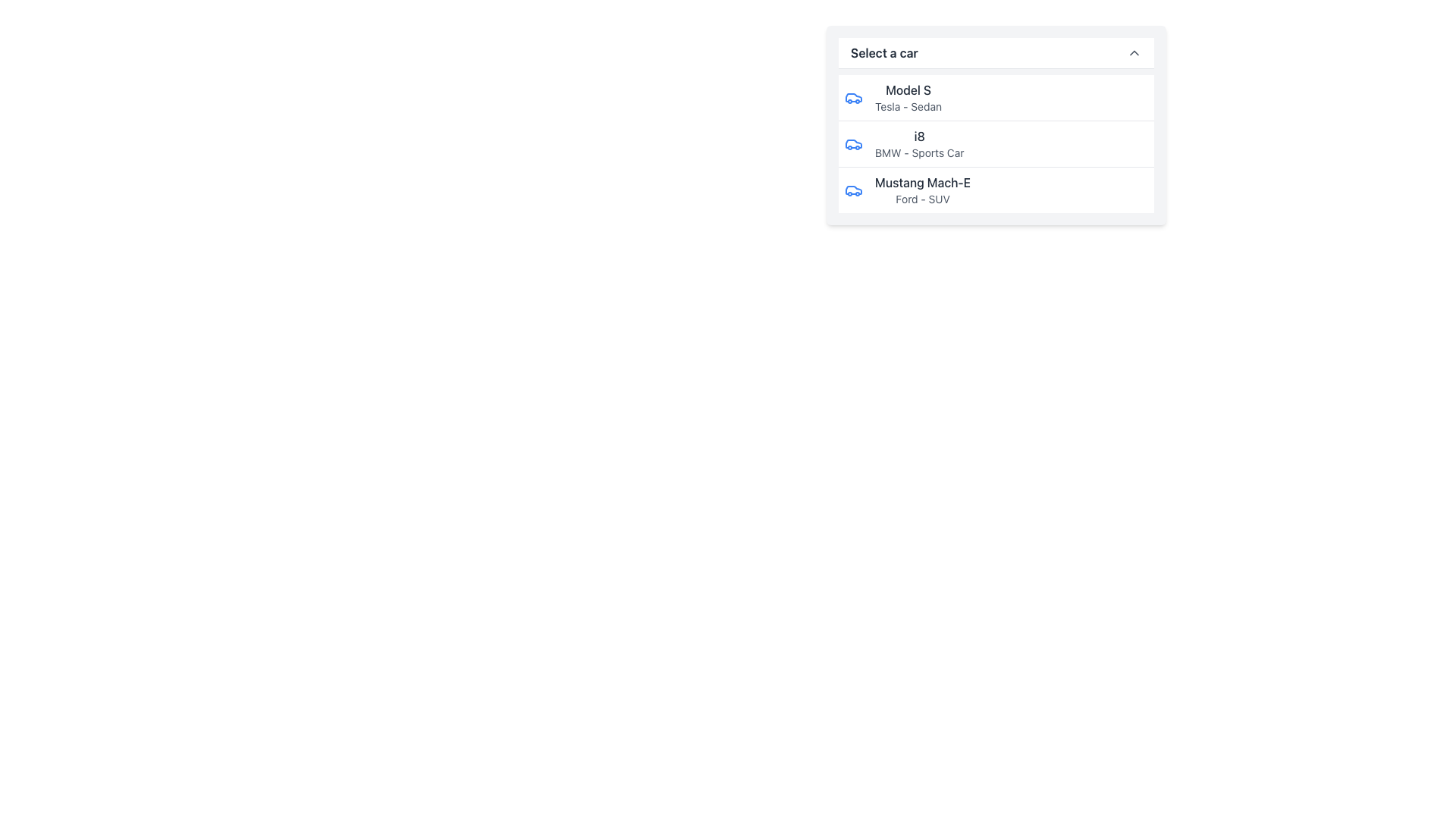 The width and height of the screenshot is (1456, 819). I want to click on text label displaying information about the car model 'Model S' and its type description 'Tesla - Sedan' located in the dropdown menu under 'Select a car', so click(908, 97).